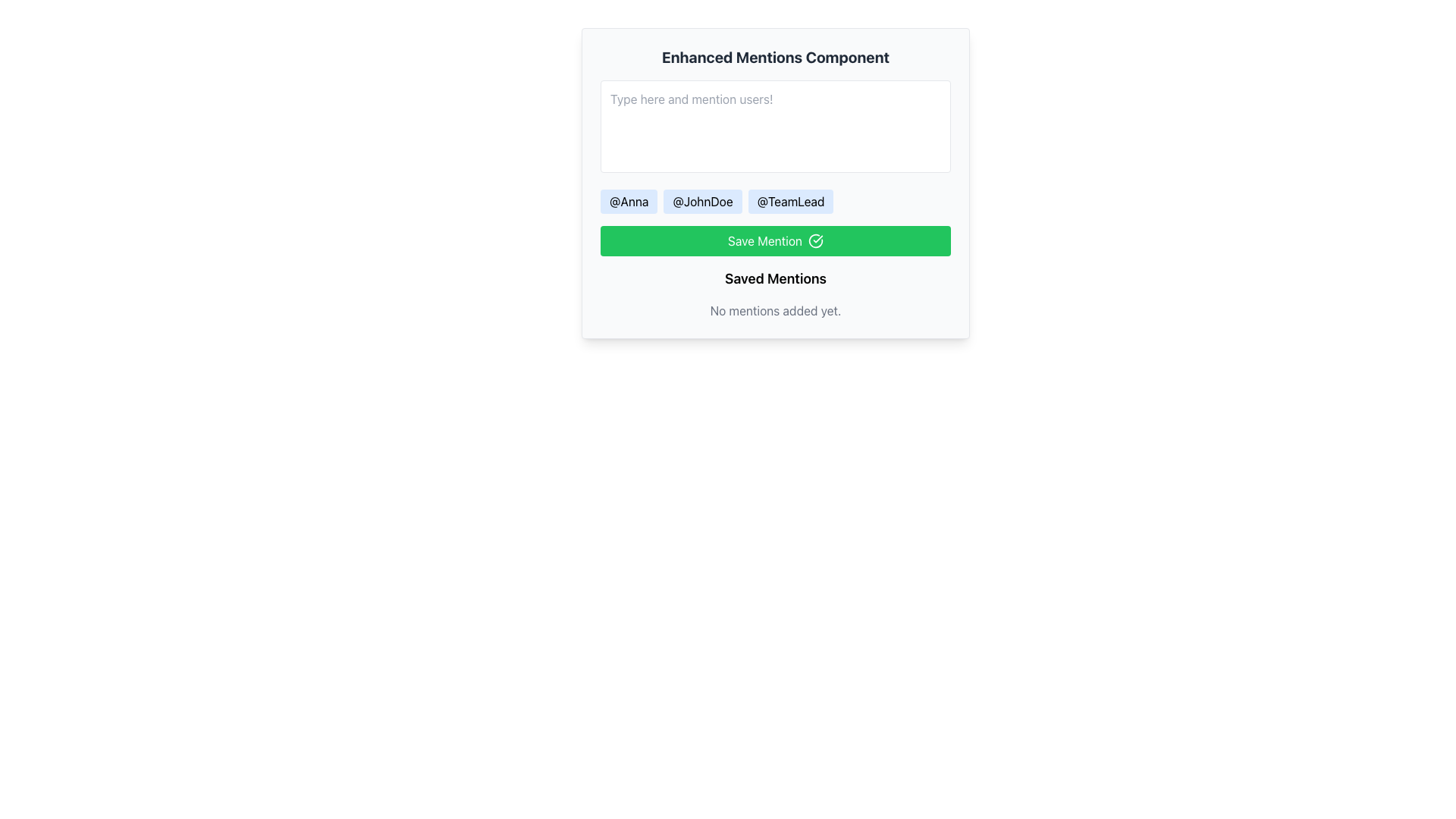  What do you see at coordinates (764, 240) in the screenshot?
I see `the 'Save Mention' text label, which is located within a green button and positioned to the left of a checkmark icon` at bounding box center [764, 240].